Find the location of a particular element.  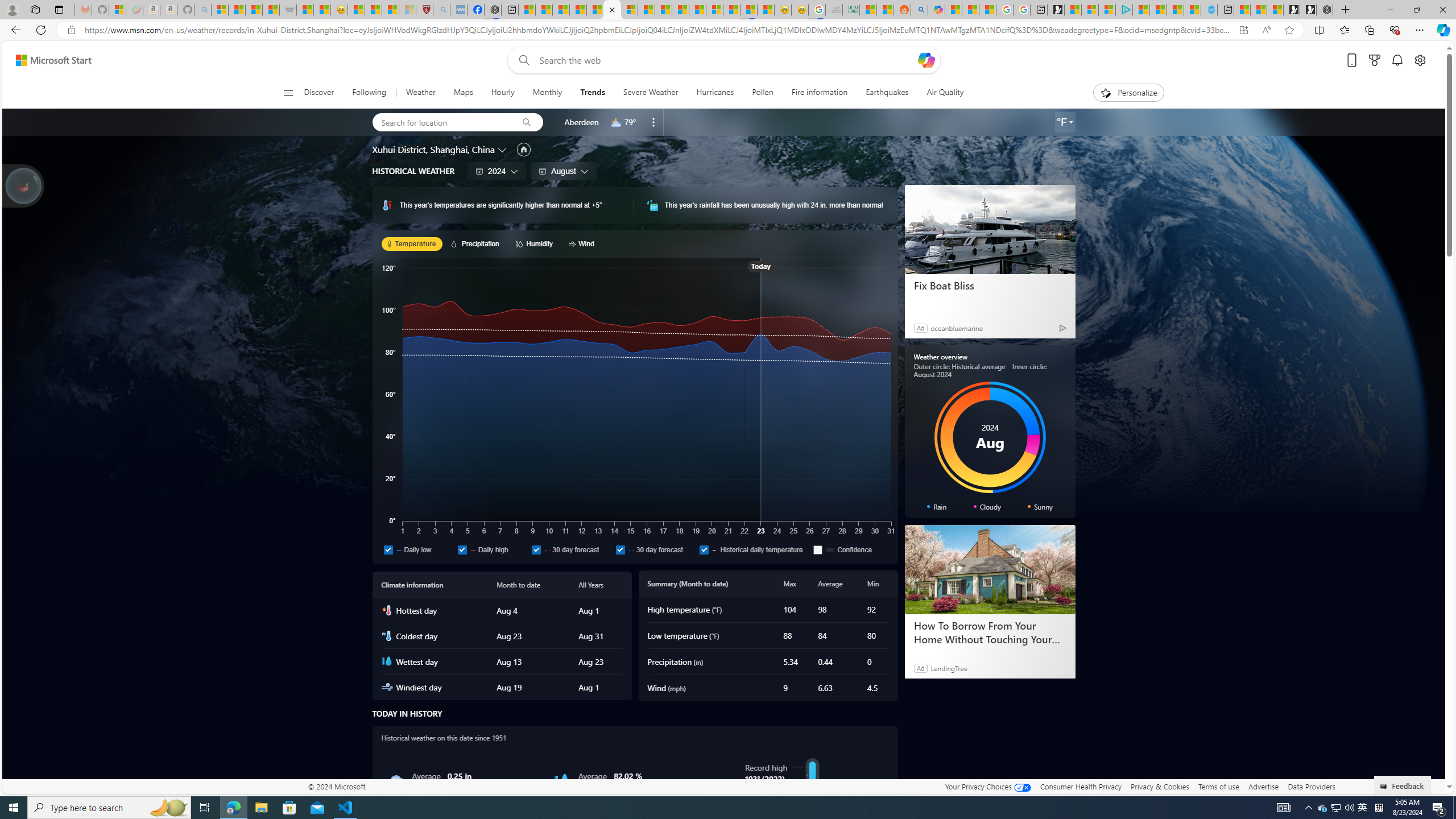

'Robert H. Shmerling, MD - Harvard Health' is located at coordinates (424, 9).